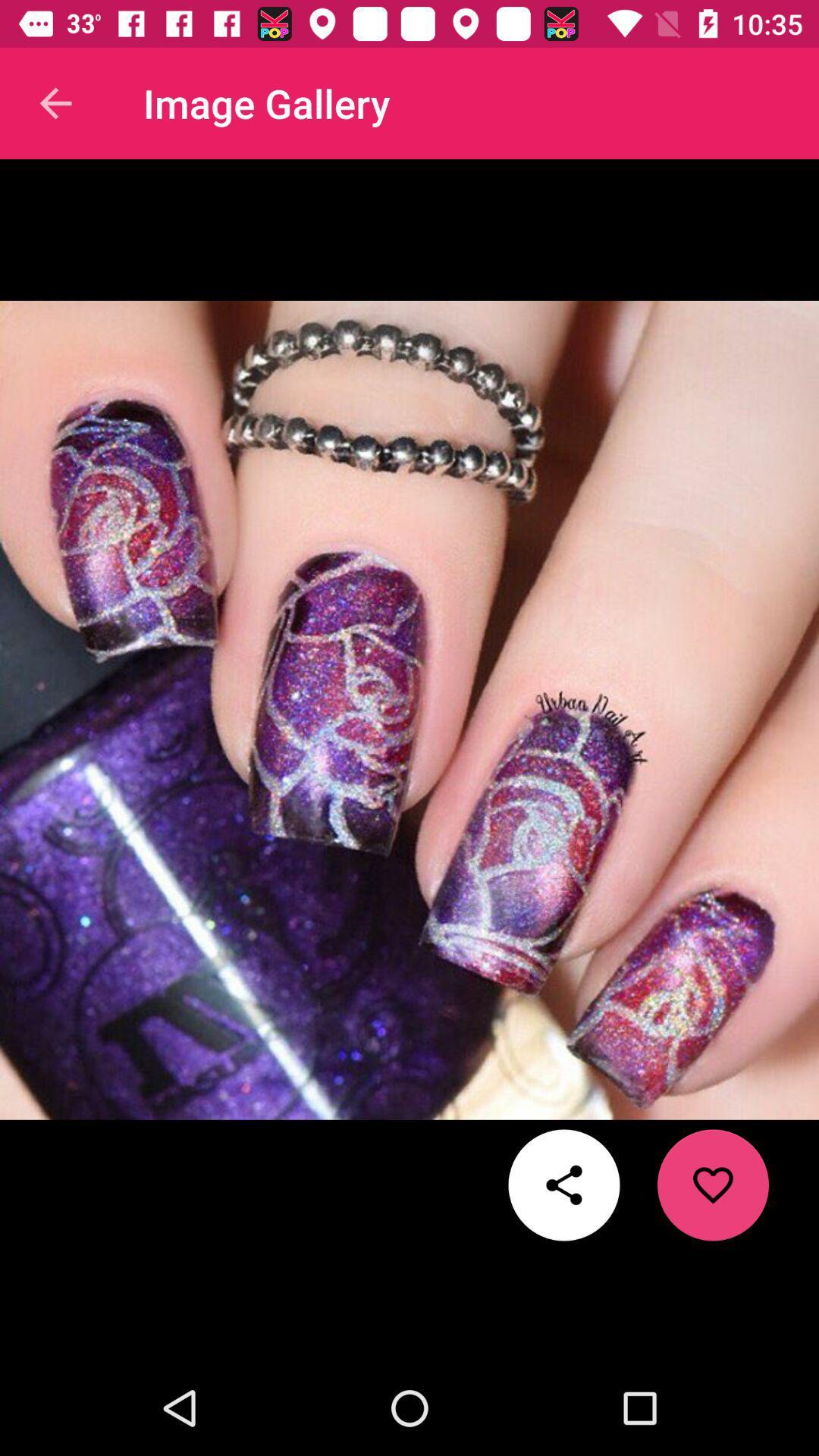 Image resolution: width=819 pixels, height=1456 pixels. Describe the element at coordinates (55, 102) in the screenshot. I see `the icon next to the image gallery icon` at that location.